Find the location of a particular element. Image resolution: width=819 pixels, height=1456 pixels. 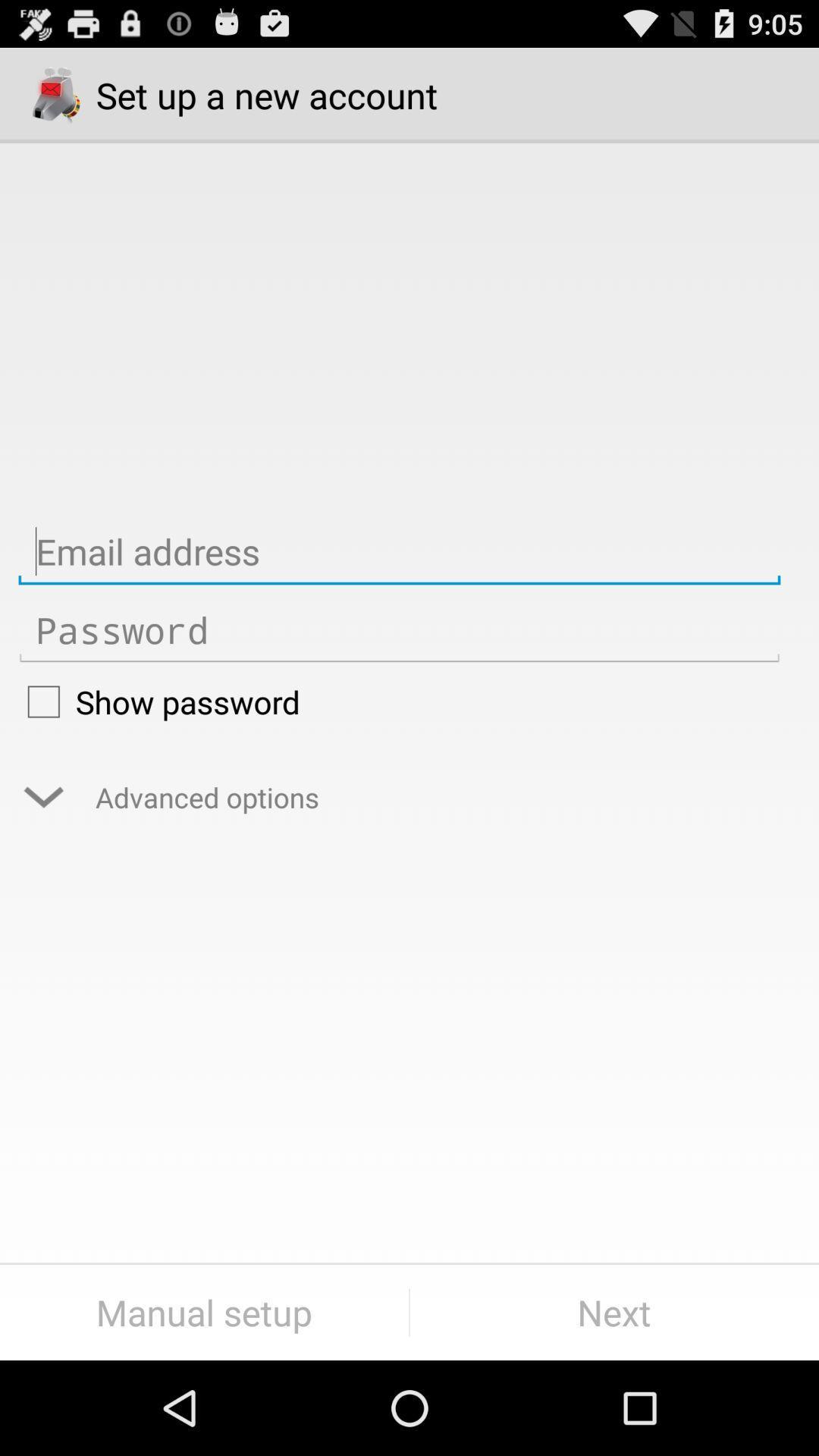

button to the right of the manual setup item is located at coordinates (614, 1312).